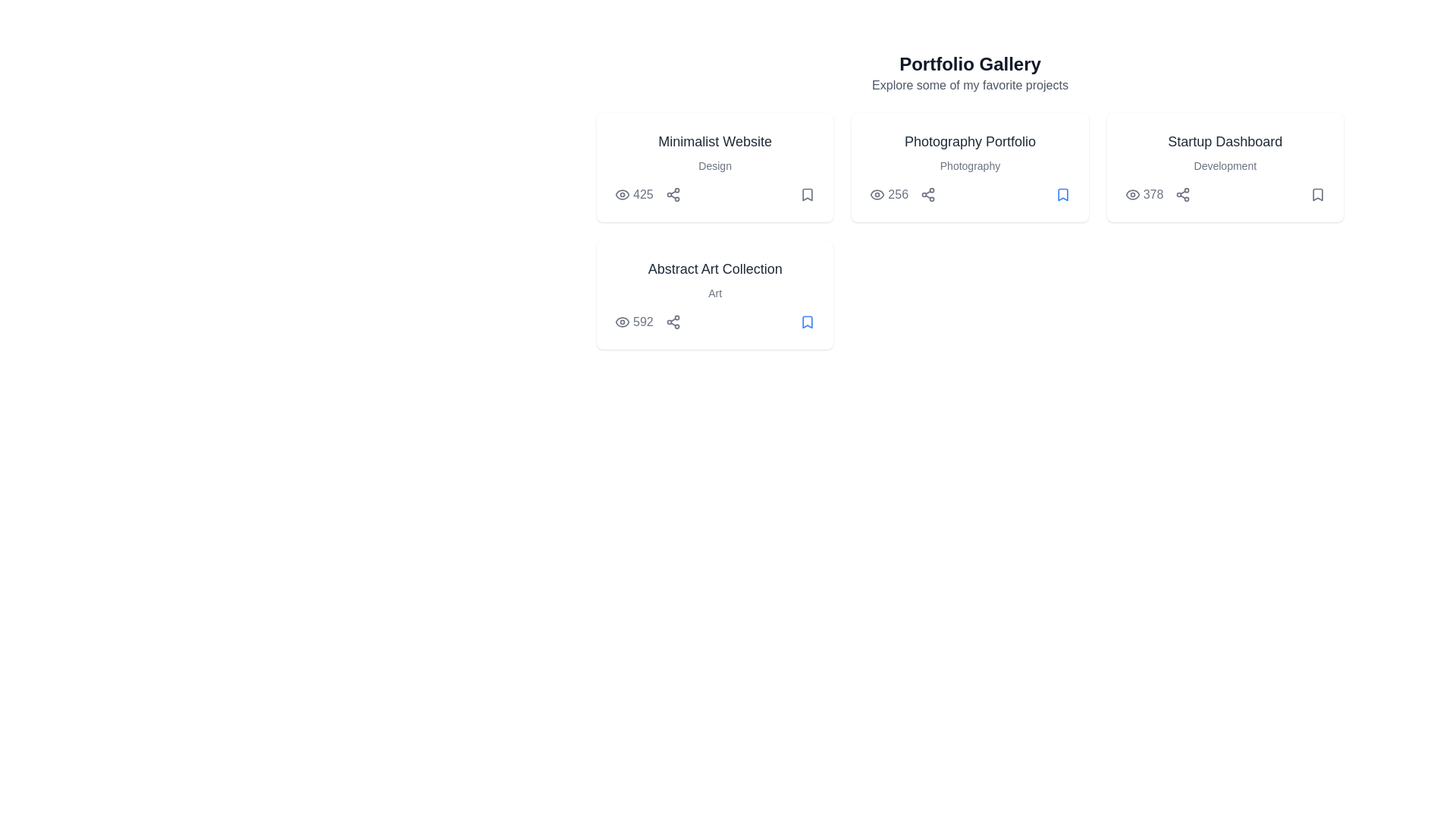  What do you see at coordinates (1132, 194) in the screenshot?
I see `the eye-shaped icon representing visibility located in the 'Startup Dashboard' card above the numeric value '378'` at bounding box center [1132, 194].